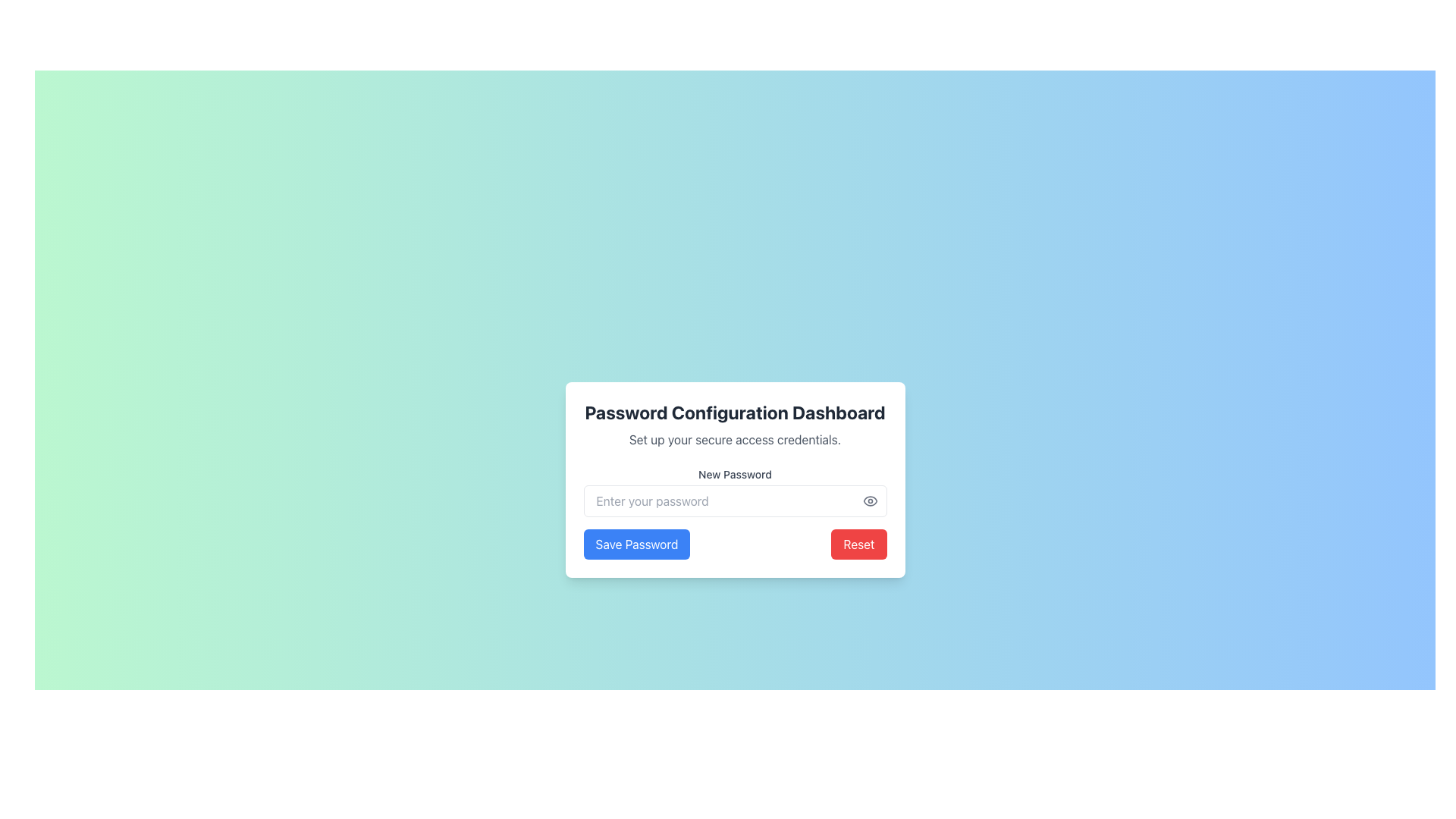 Image resolution: width=1456 pixels, height=819 pixels. I want to click on the eye-shaped icon for toggling visibility, located to the right of the password field, so click(874, 500).